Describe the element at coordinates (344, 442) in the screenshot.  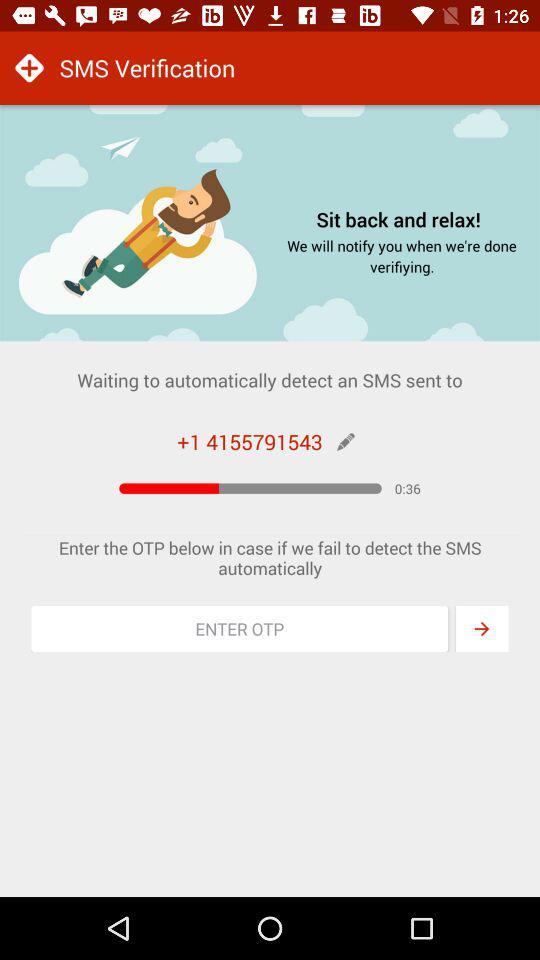
I see `edit number` at that location.